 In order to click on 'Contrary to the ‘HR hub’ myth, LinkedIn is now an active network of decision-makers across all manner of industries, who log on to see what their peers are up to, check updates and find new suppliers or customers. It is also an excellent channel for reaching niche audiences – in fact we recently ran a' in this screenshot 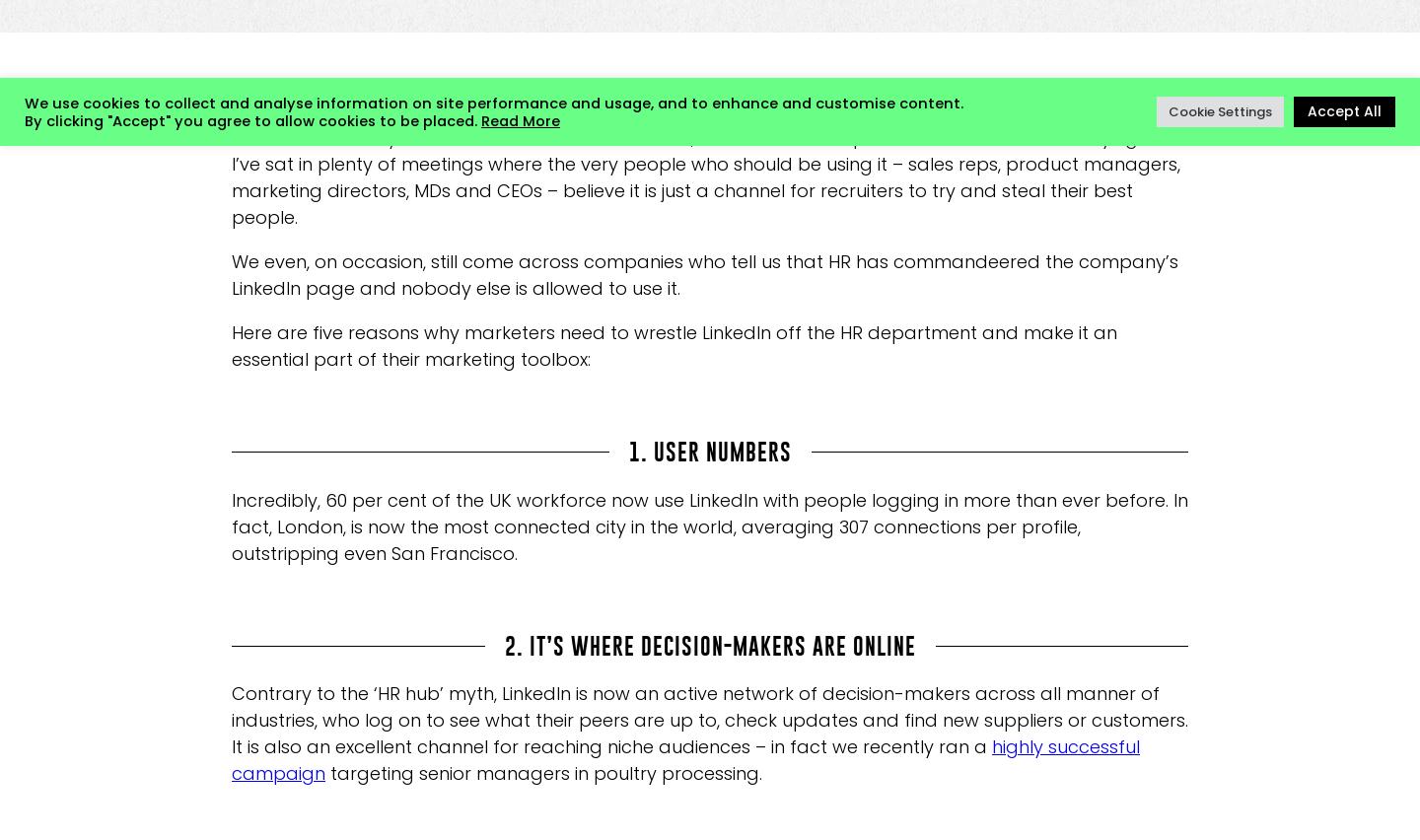, I will do `click(710, 719)`.